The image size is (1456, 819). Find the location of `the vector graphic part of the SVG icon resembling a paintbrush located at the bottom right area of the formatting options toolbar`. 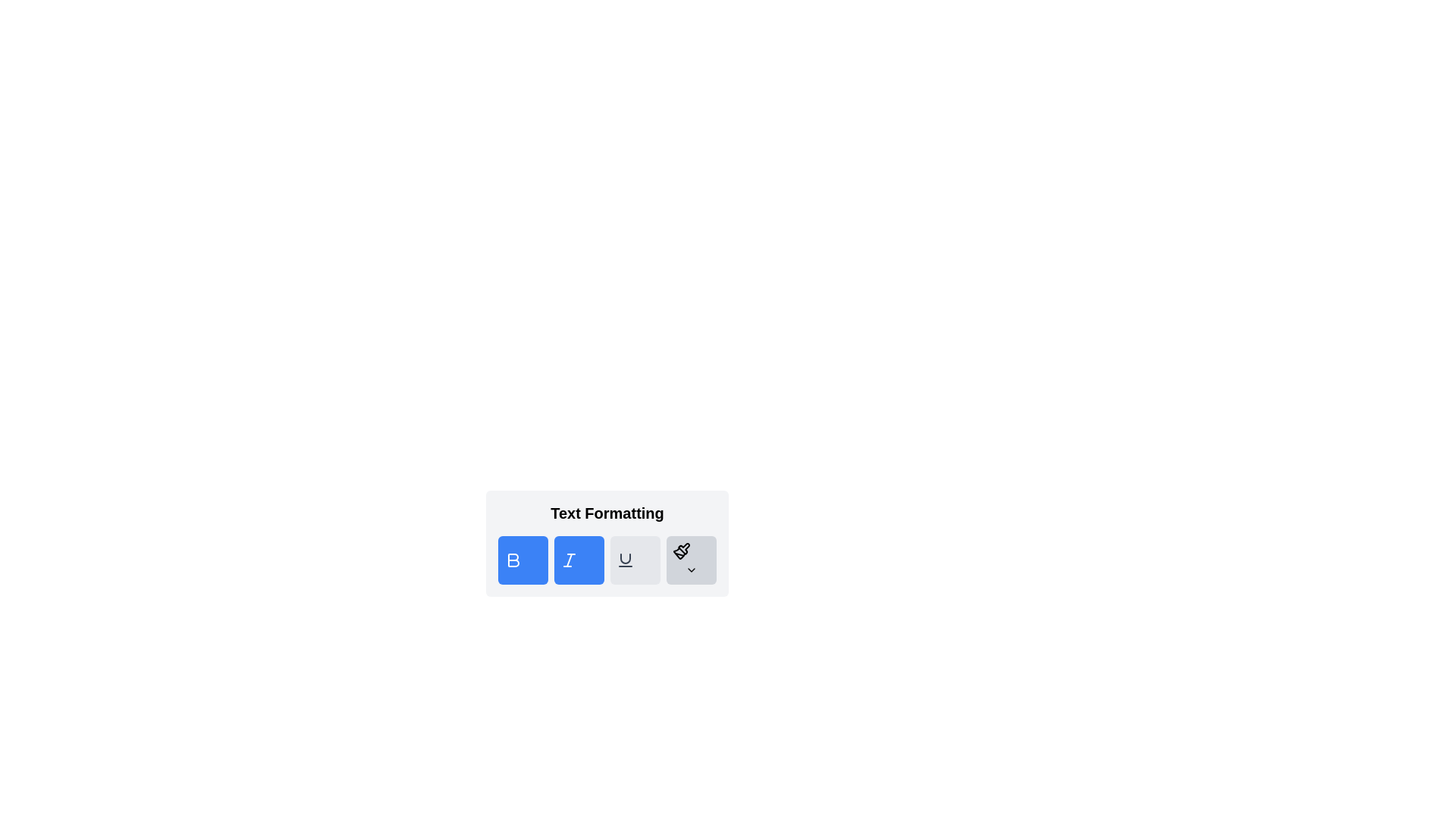

the vector graphic part of the SVG icon resembling a paintbrush located at the bottom right area of the formatting options toolbar is located at coordinates (683, 548).